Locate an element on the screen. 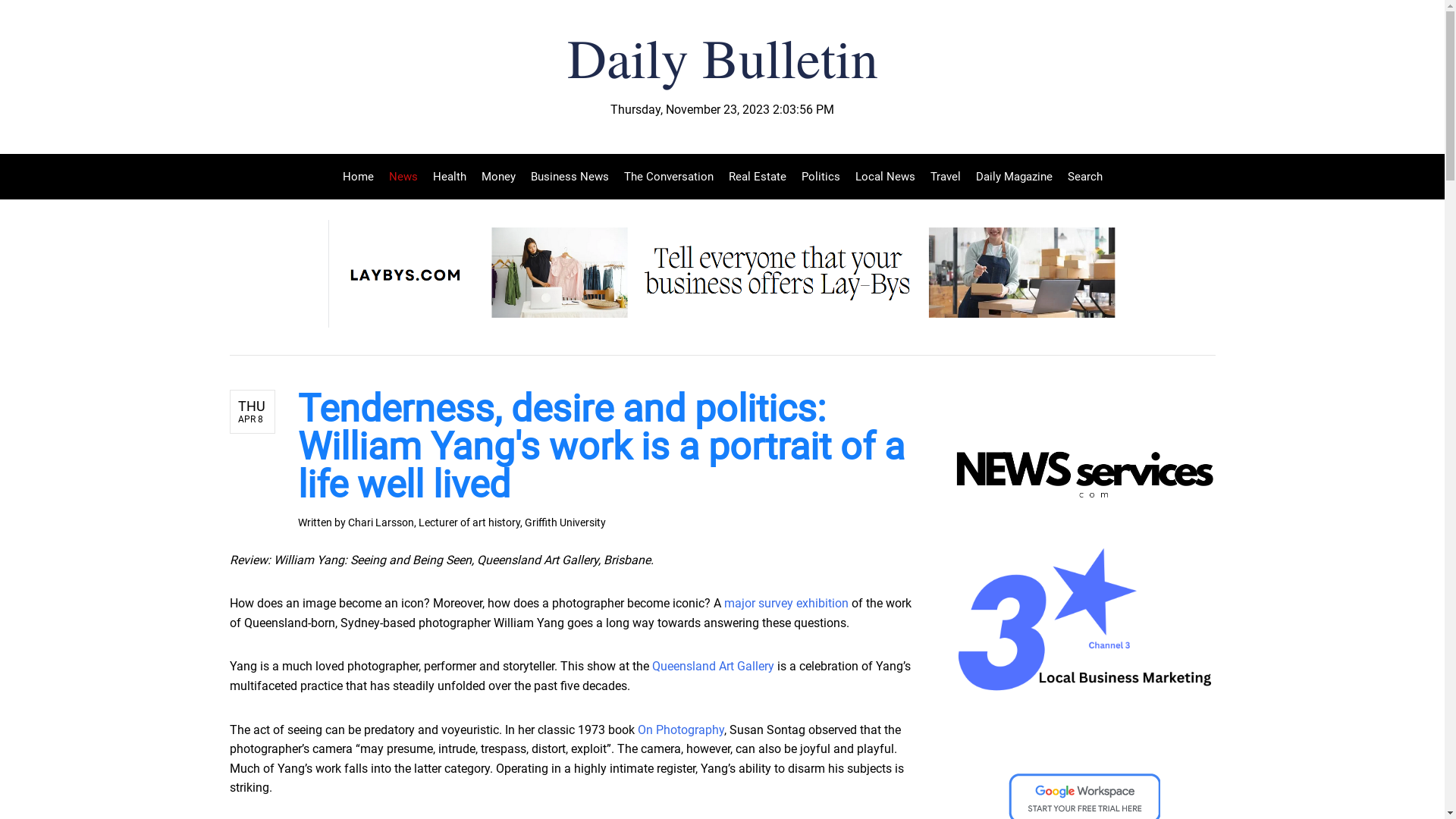 Image resolution: width=1456 pixels, height=819 pixels. 'On Photography' is located at coordinates (679, 729).